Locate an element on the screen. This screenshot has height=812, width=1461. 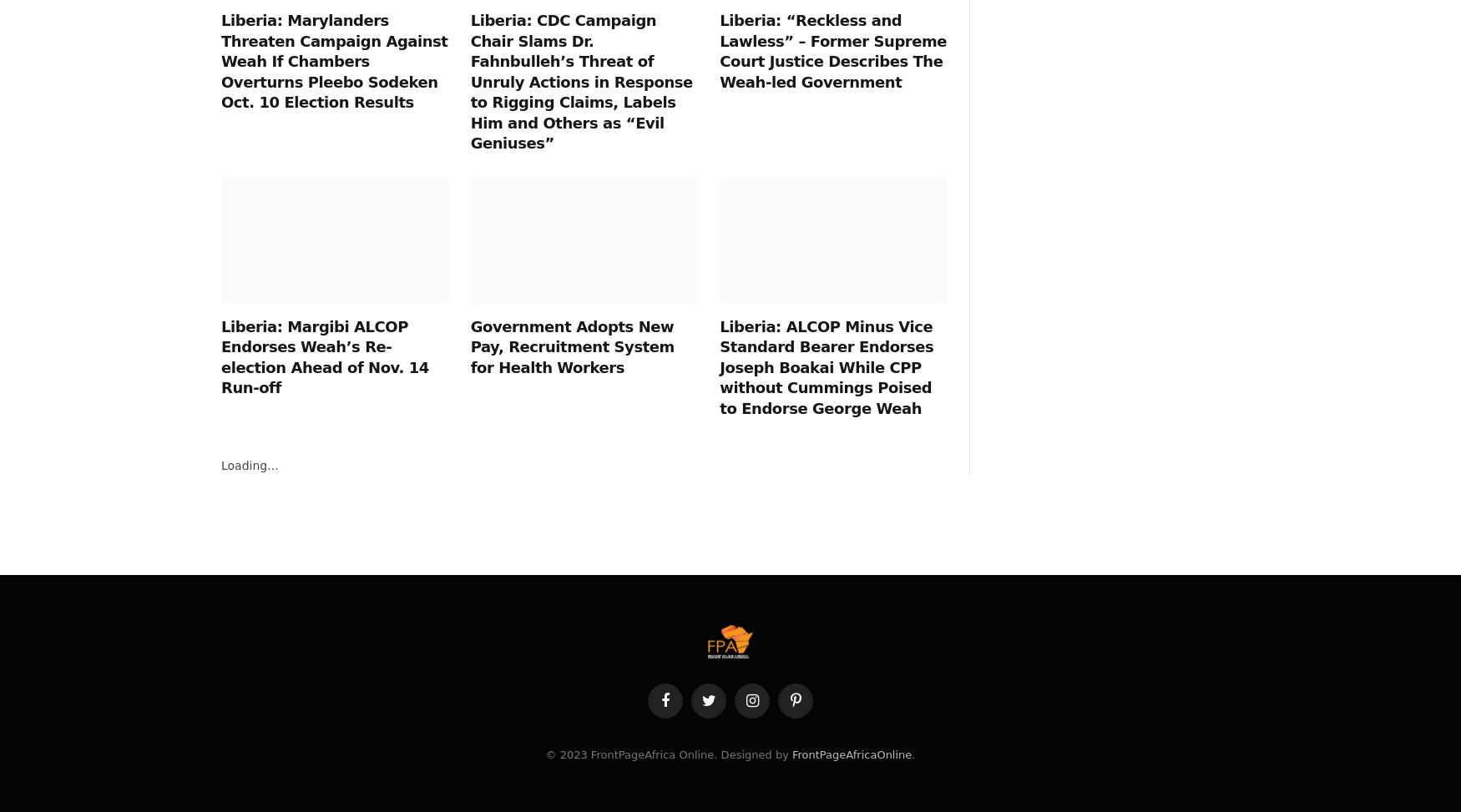
'Liberia: “Reckless and Lawless” – Former Supreme Court Justice Describes The Weah-led Government' is located at coordinates (833, 51).